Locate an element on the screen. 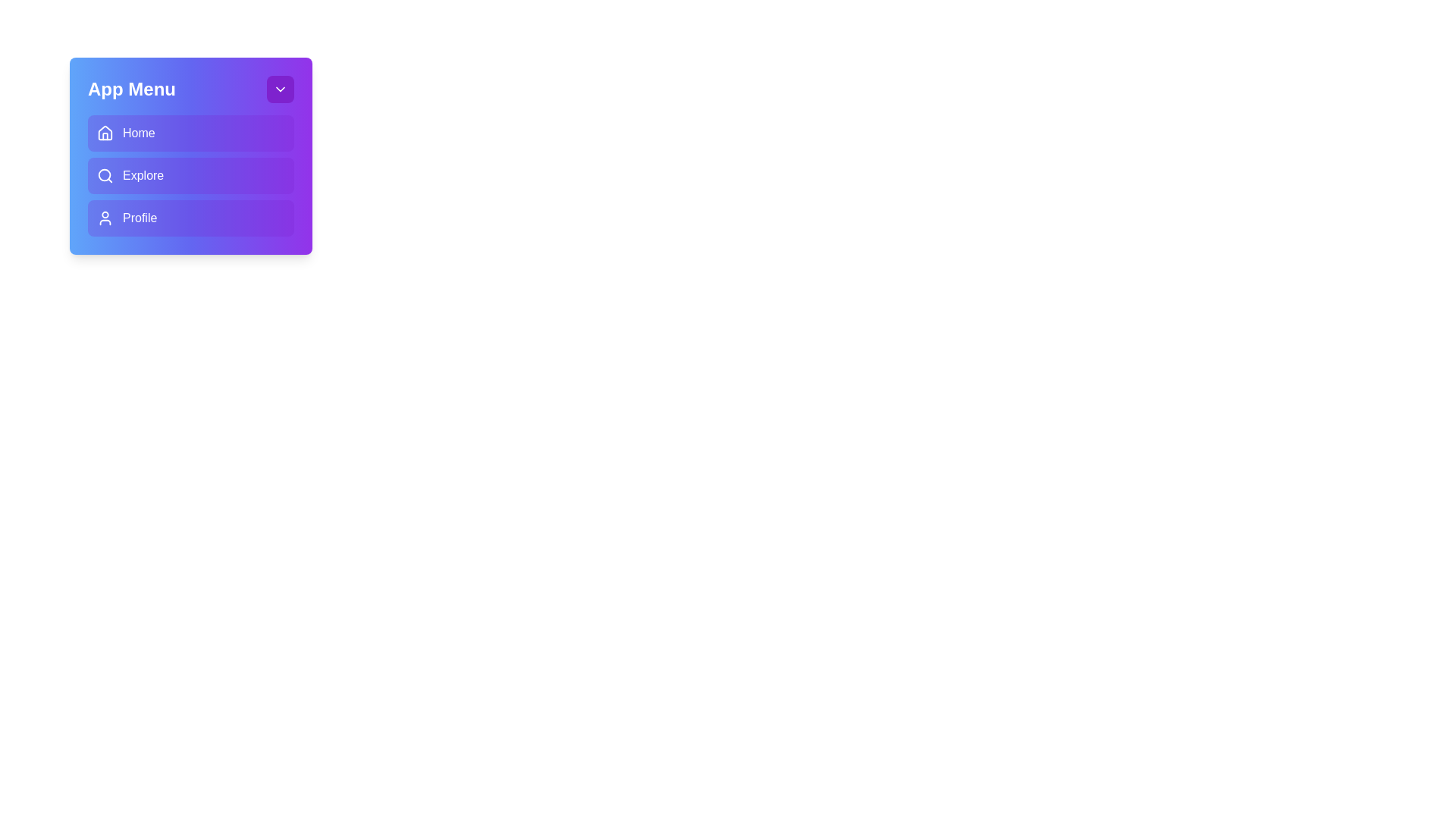 The width and height of the screenshot is (1456, 819). the downward chevron icon located at the top-right corner of the purple rounded square button within the 'App Menu' card is located at coordinates (280, 89).